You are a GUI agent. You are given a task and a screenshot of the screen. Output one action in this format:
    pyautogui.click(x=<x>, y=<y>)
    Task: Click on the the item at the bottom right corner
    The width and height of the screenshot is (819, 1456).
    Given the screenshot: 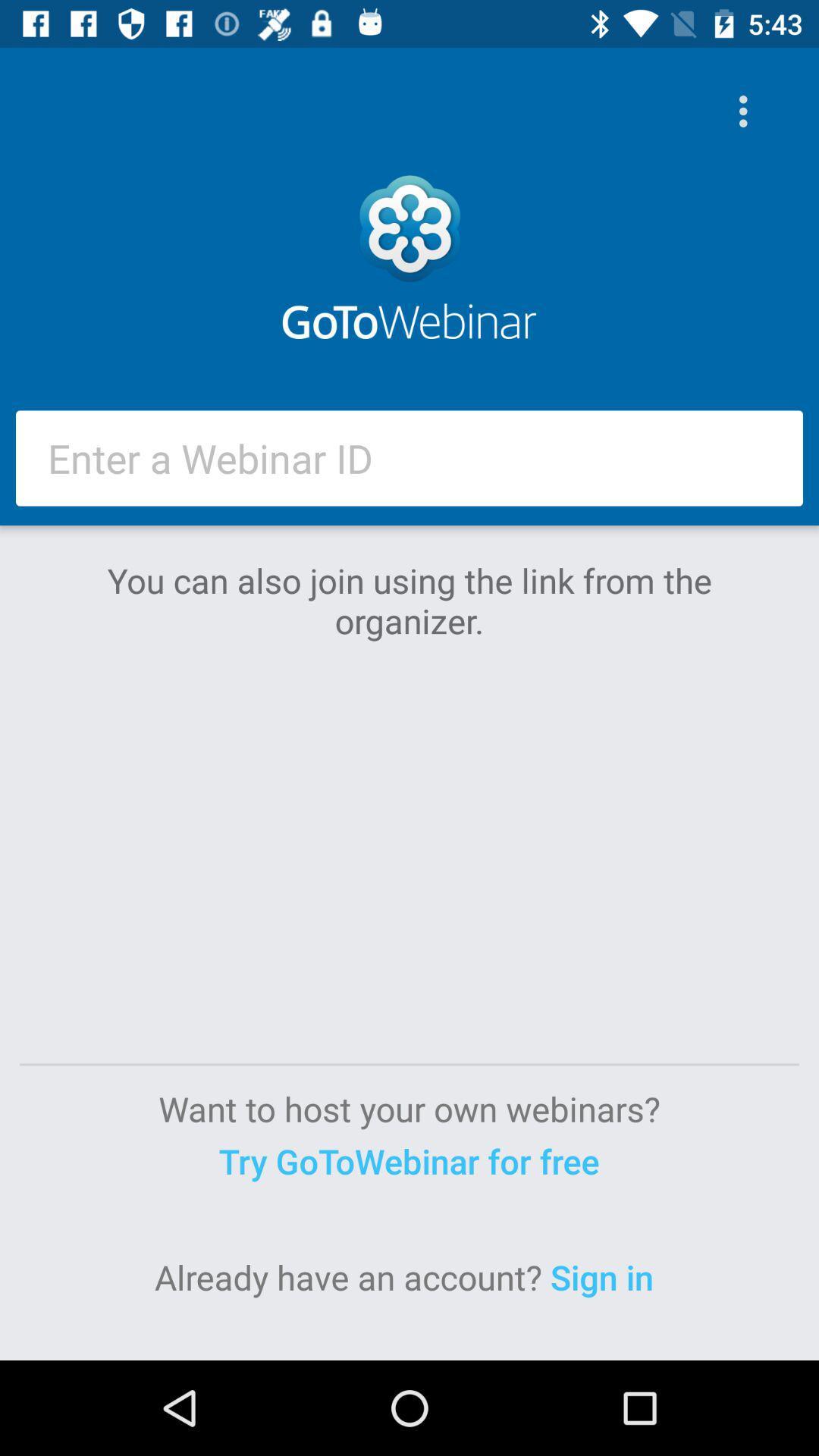 What is the action you would take?
    pyautogui.click(x=606, y=1276)
    